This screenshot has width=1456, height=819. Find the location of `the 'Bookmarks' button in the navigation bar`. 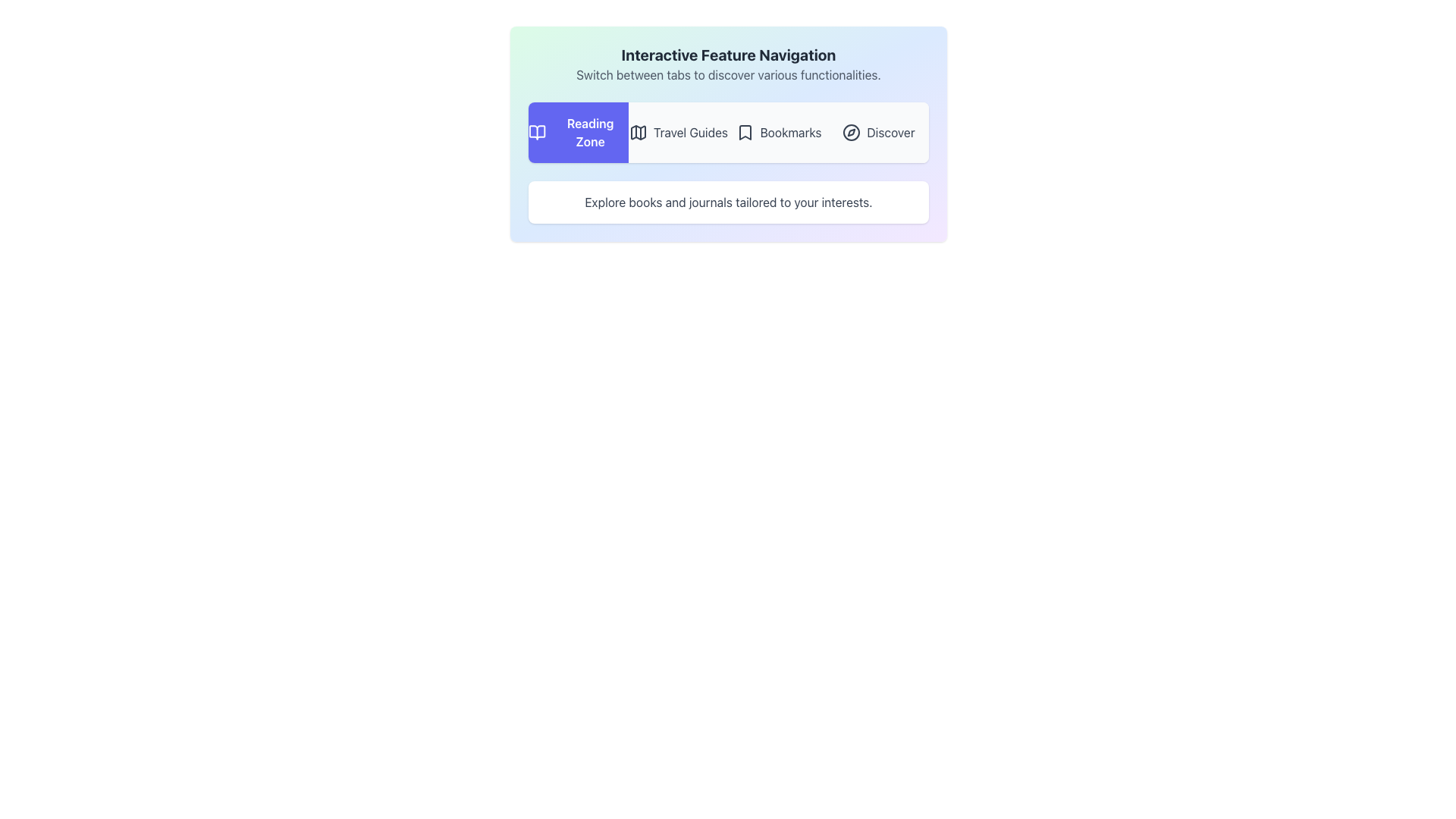

the 'Bookmarks' button in the navigation bar is located at coordinates (779, 131).